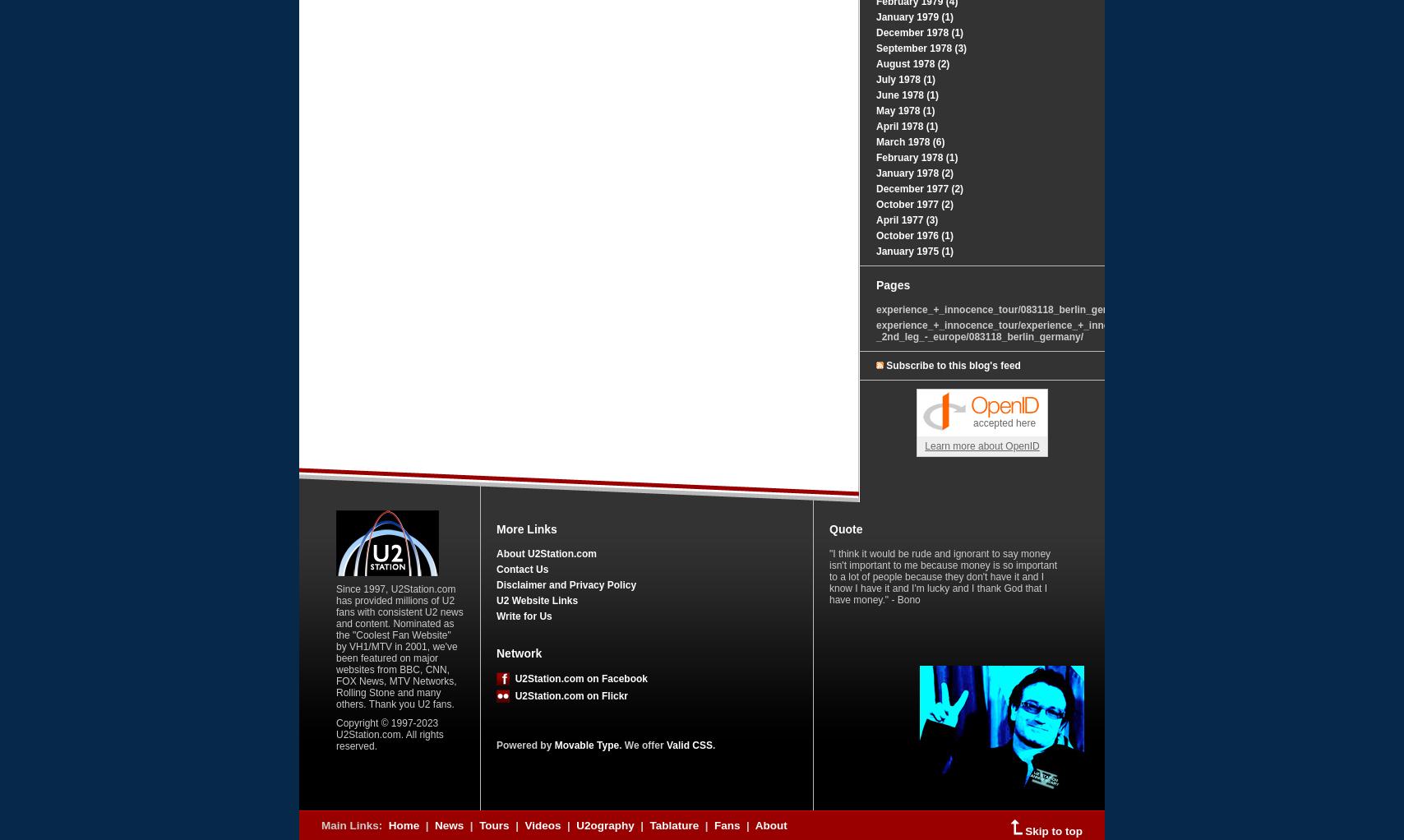  Describe the element at coordinates (910, 141) in the screenshot. I see `'March 1978 (6)'` at that location.